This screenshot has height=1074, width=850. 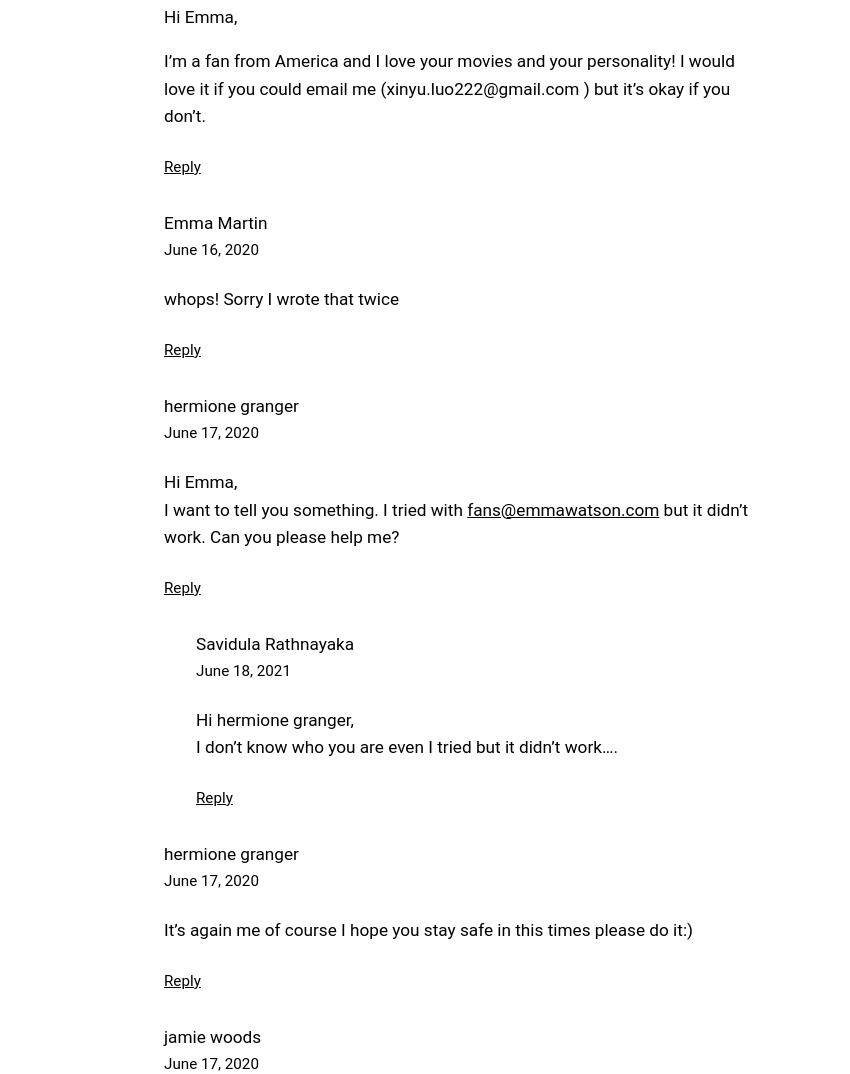 What do you see at coordinates (195, 643) in the screenshot?
I see `'Savidula Rathnayaka'` at bounding box center [195, 643].